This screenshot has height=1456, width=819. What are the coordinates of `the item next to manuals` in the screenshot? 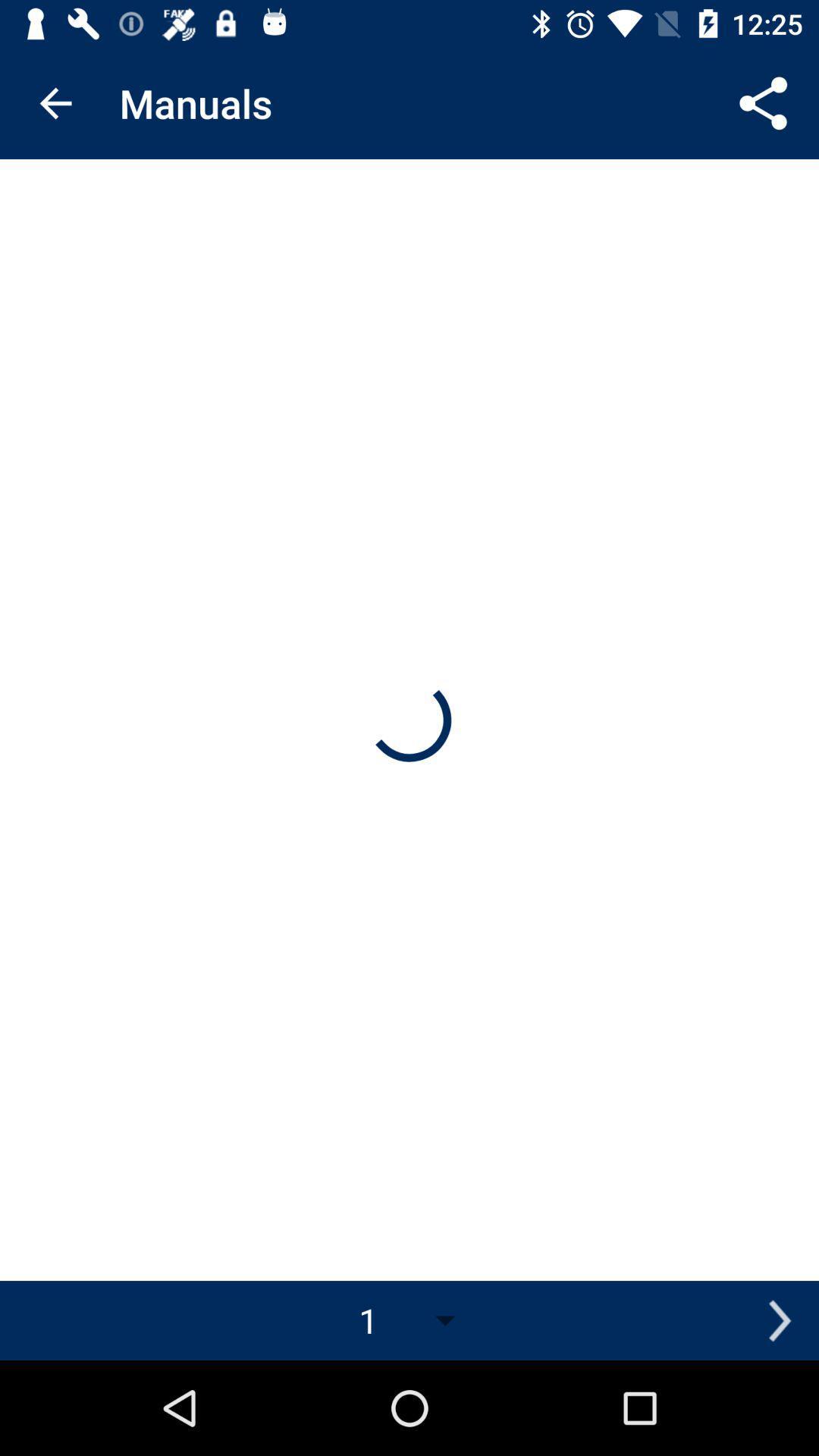 It's located at (55, 102).